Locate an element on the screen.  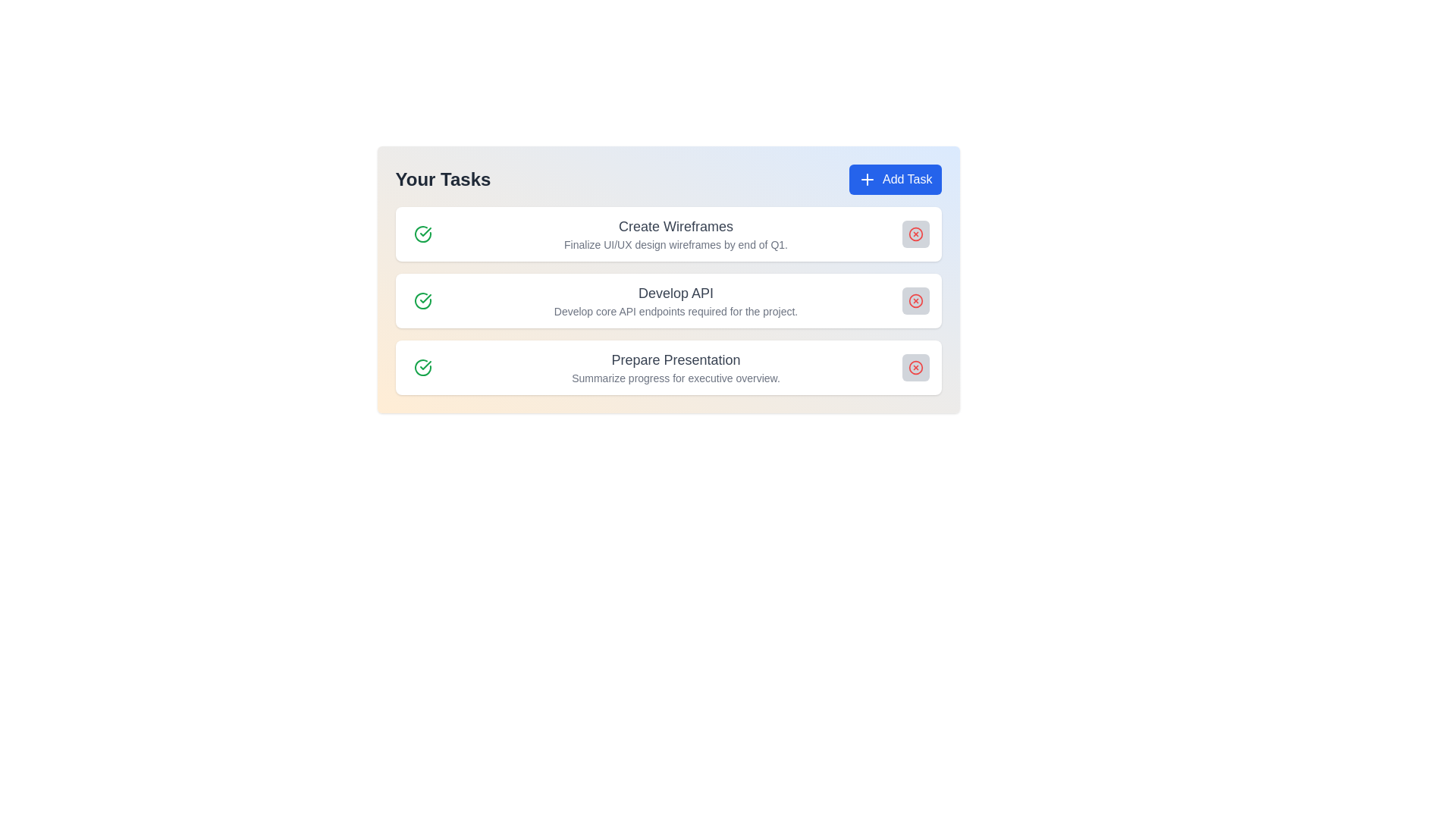
the outermost SVG Circle next to the 'Create Wireframes' task item, which serves as a decorative or interactive feature is located at coordinates (915, 234).